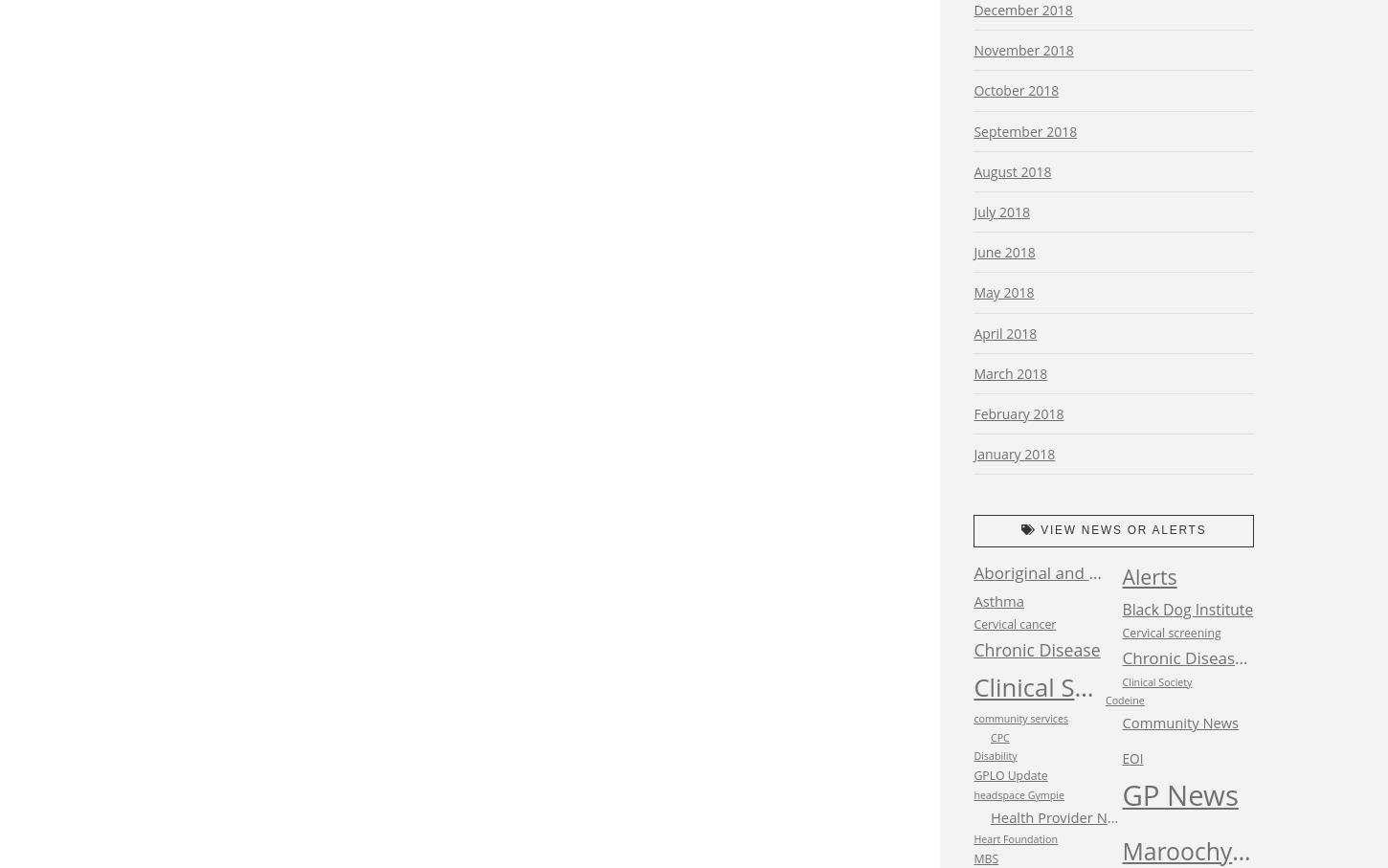 The height and width of the screenshot is (868, 1388). What do you see at coordinates (1014, 623) in the screenshot?
I see `'Cervical cancer'` at bounding box center [1014, 623].